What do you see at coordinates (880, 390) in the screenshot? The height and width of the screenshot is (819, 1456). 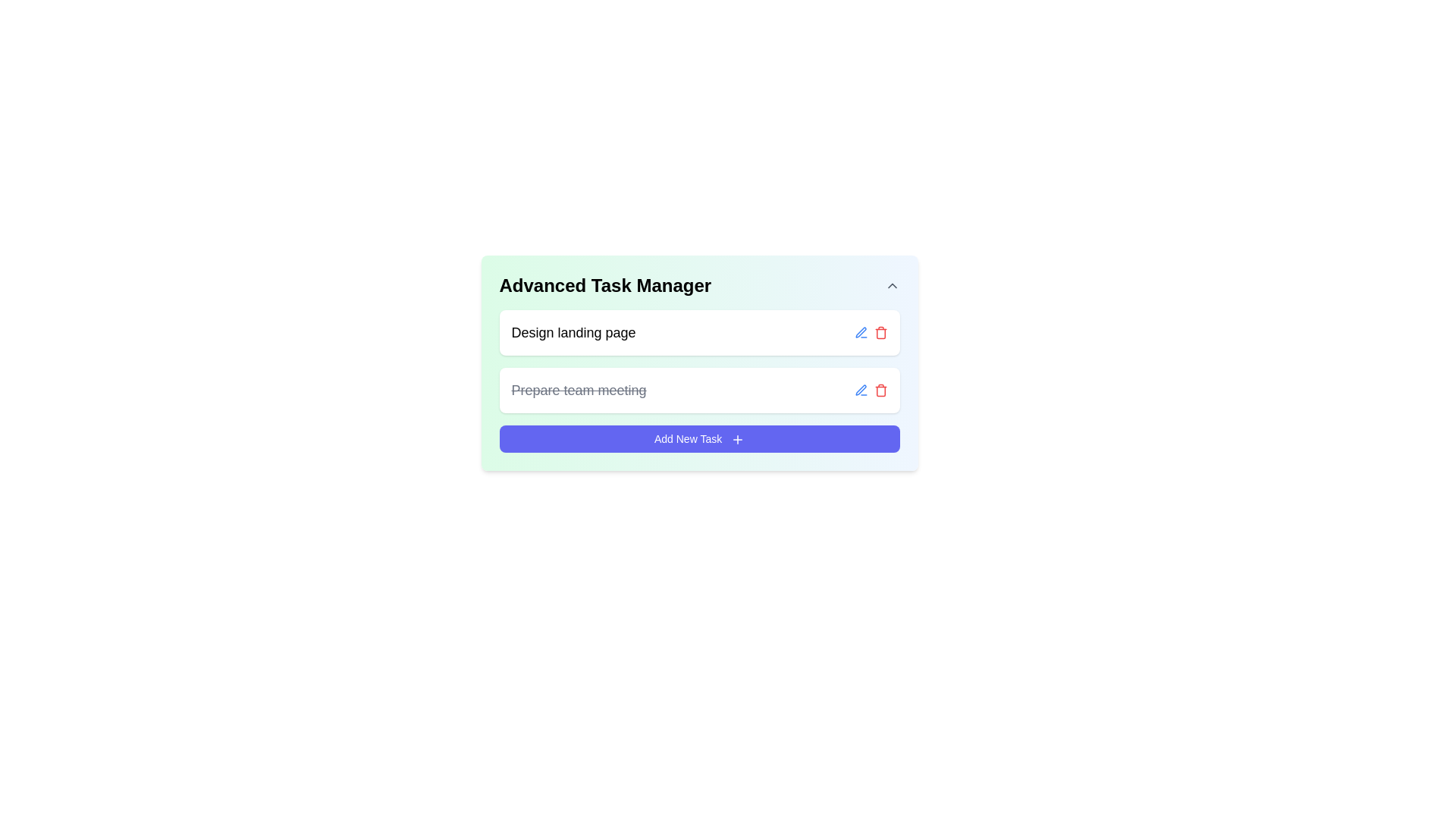 I see `the delete button, which is the second interactive icon to the right of the second task labeled 'Prepare team meeting'` at bounding box center [880, 390].